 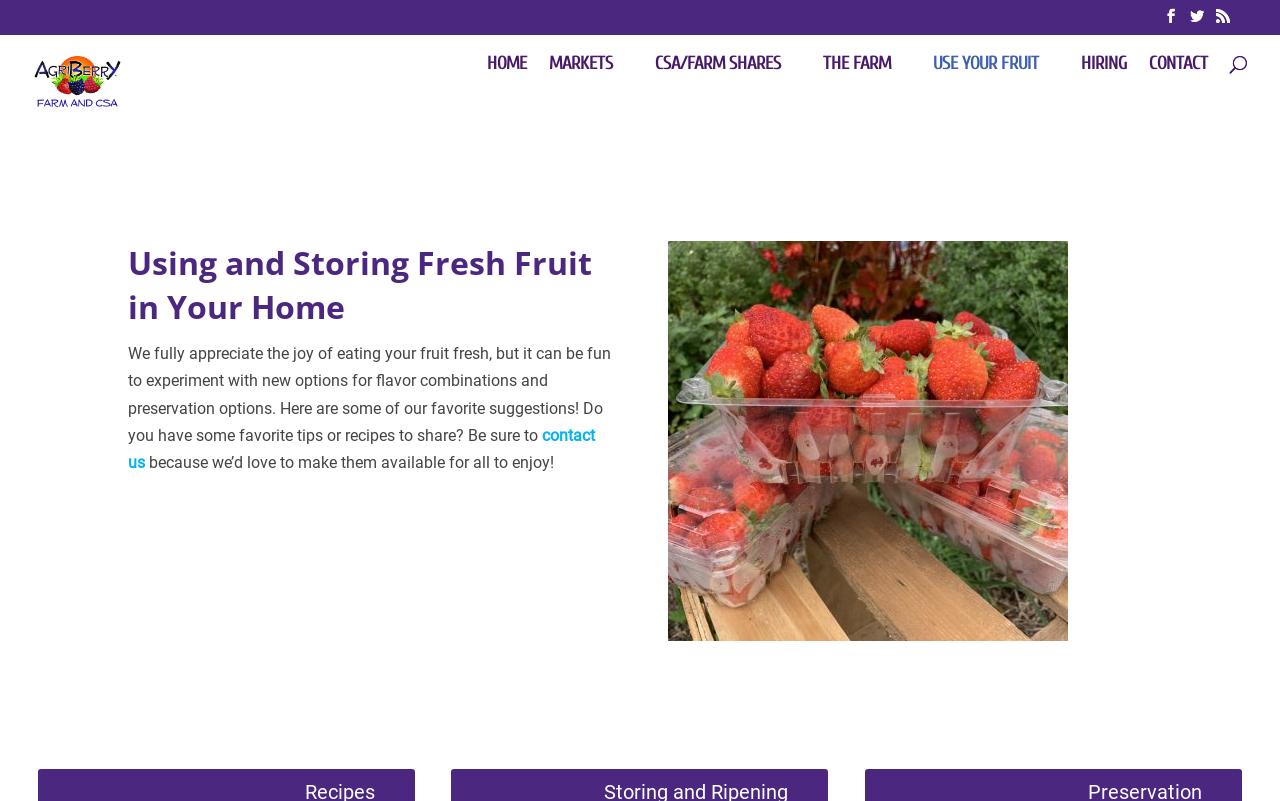 I want to click on 'Annapolis', so click(x=695, y=464).